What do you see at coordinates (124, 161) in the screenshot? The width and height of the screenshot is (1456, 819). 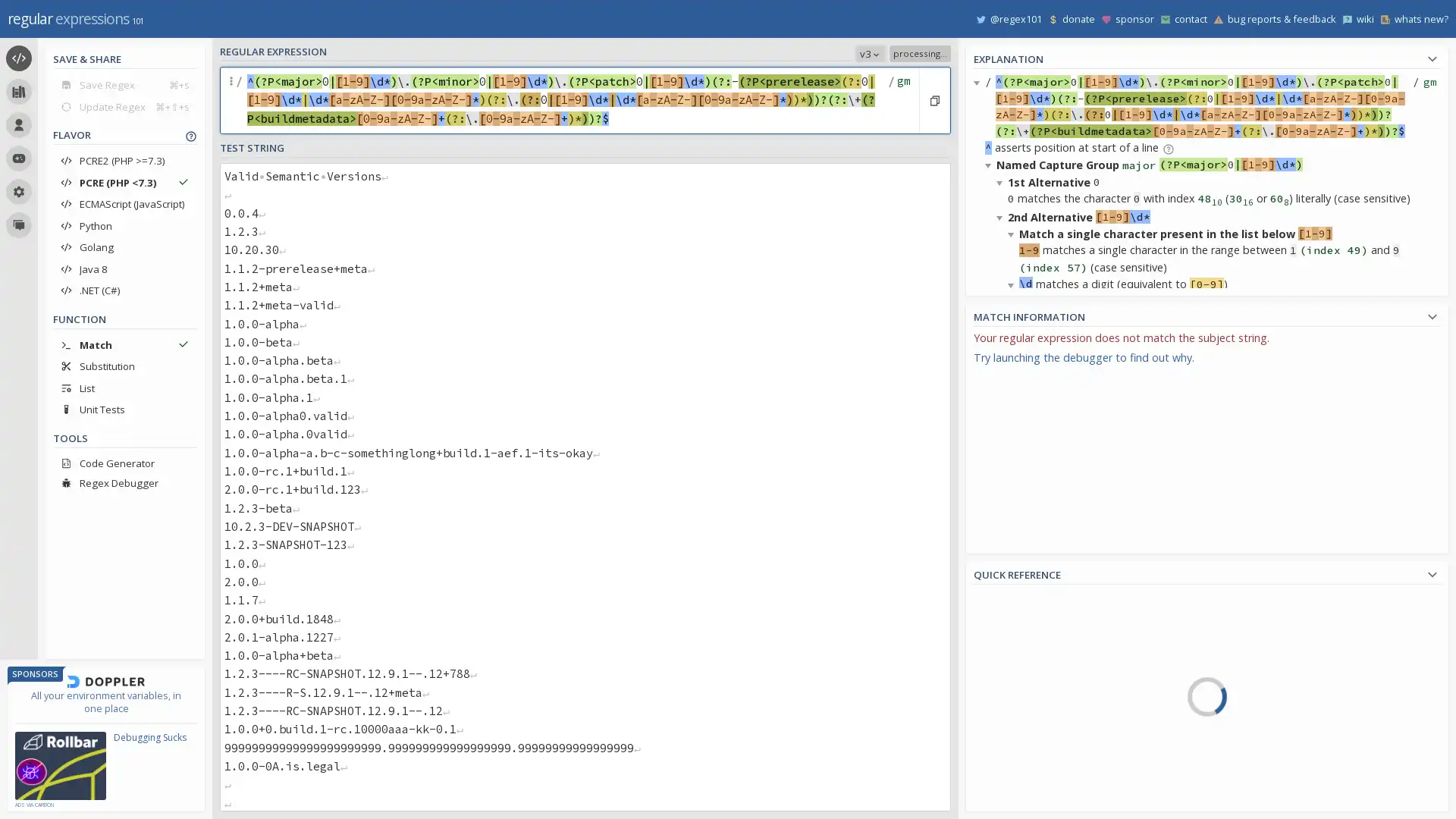 I see `PCRE2 (PHP >=7.3)` at bounding box center [124, 161].